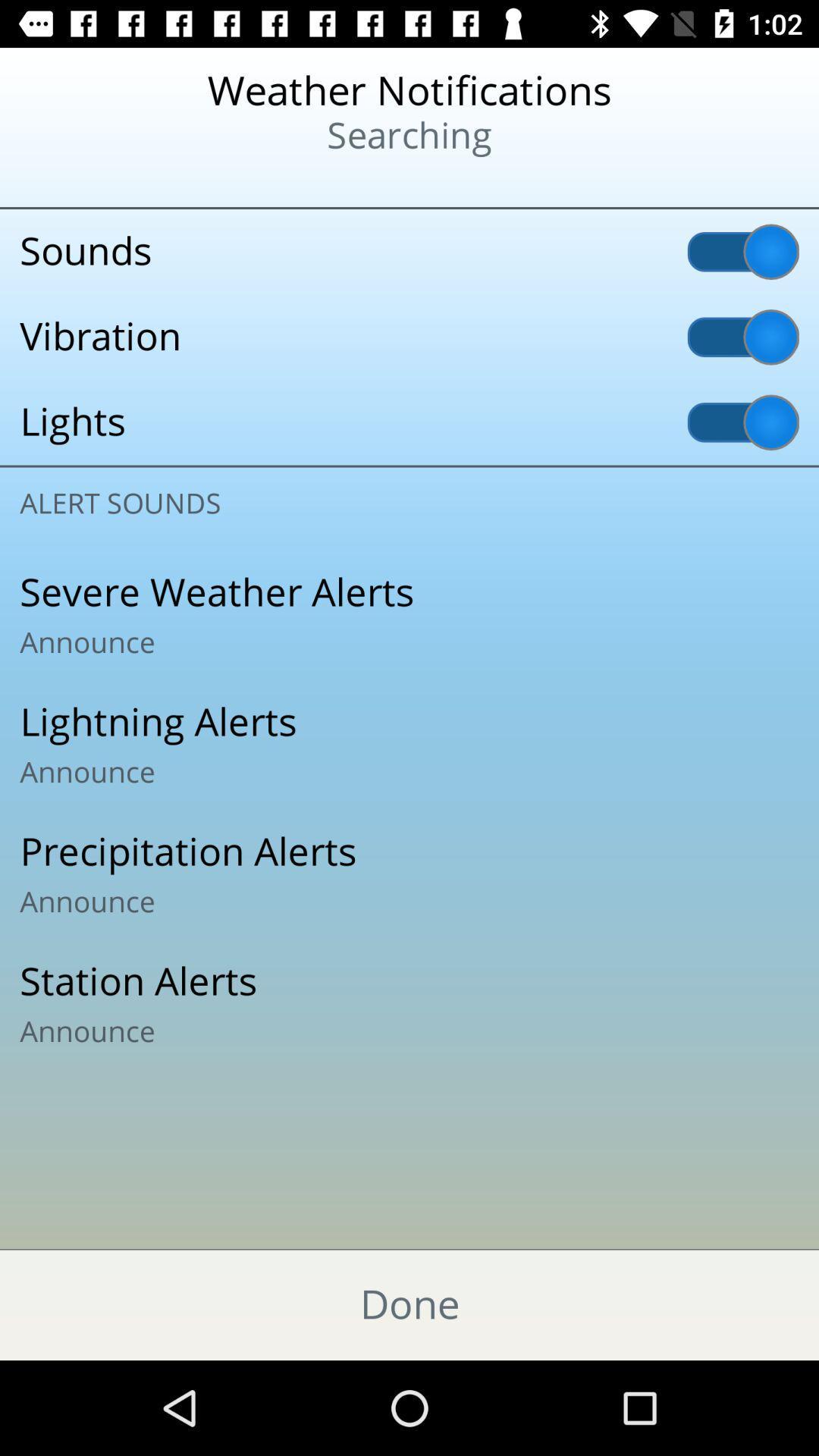 This screenshot has height=1456, width=819. What do you see at coordinates (409, 336) in the screenshot?
I see `the vibration icon` at bounding box center [409, 336].